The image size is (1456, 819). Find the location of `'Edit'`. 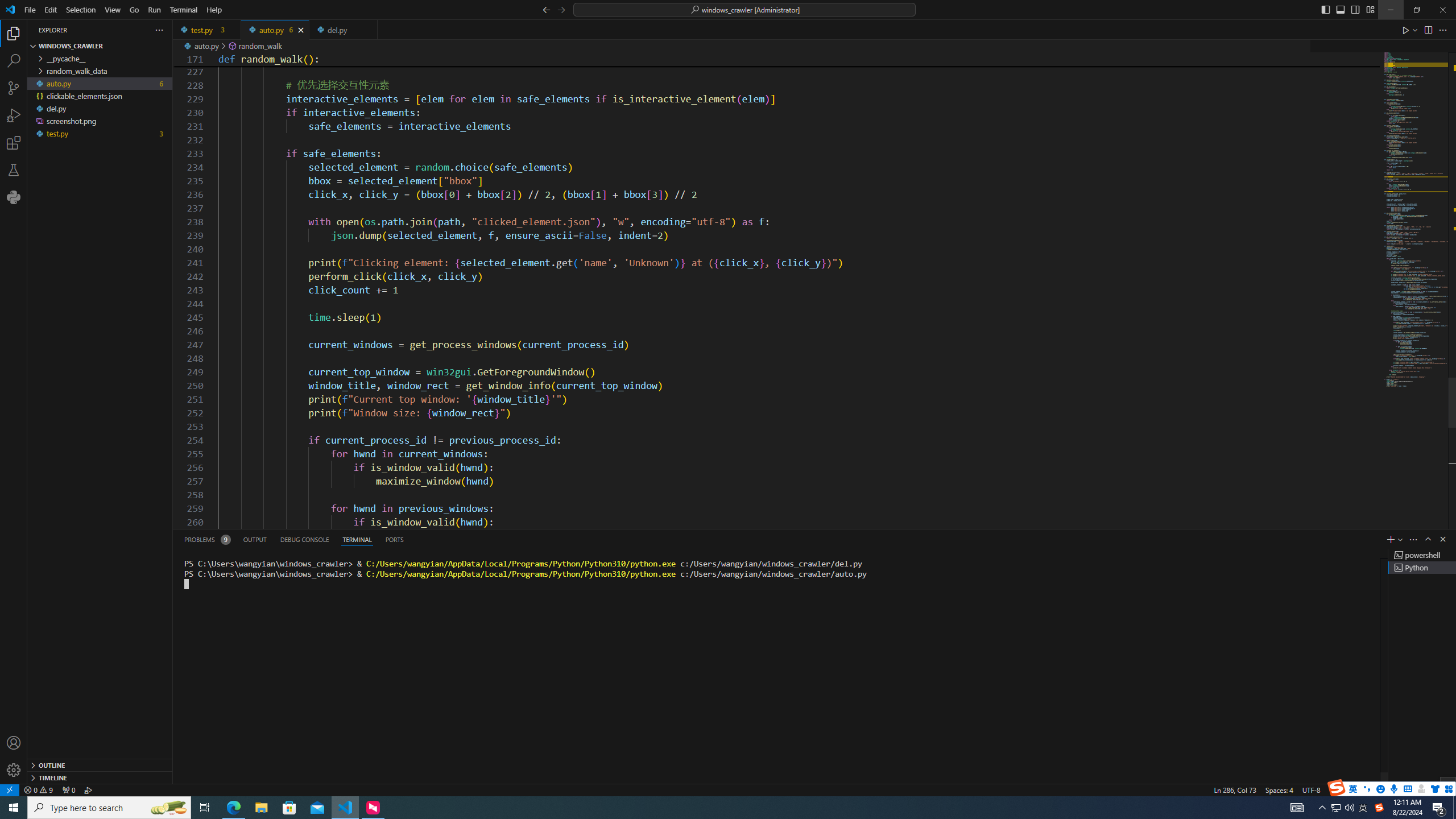

'Edit' is located at coordinates (51, 9).